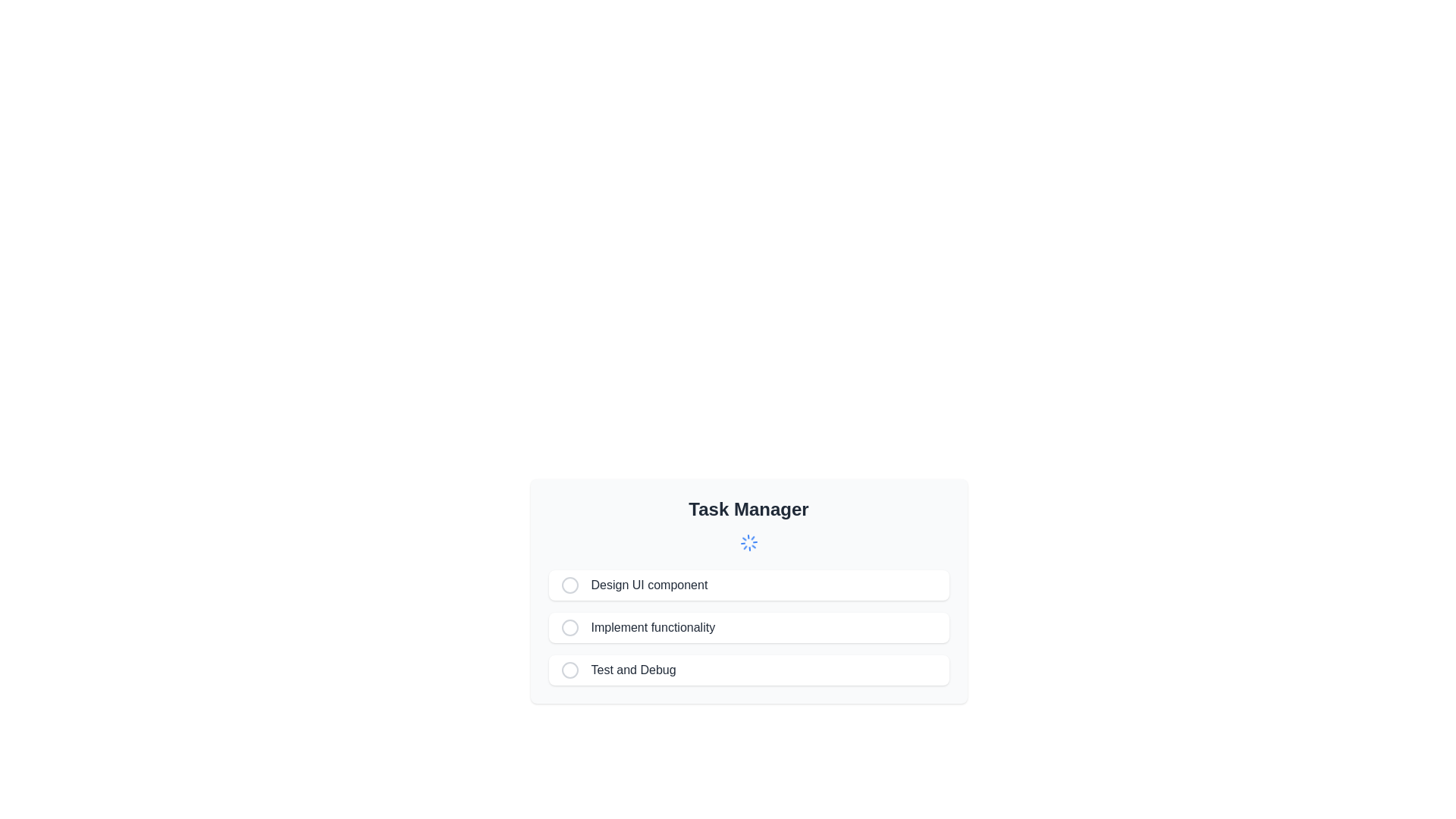 Image resolution: width=1456 pixels, height=819 pixels. Describe the element at coordinates (569, 669) in the screenshot. I see `the third selectable radio button labeled 'Test and Debug'` at that location.